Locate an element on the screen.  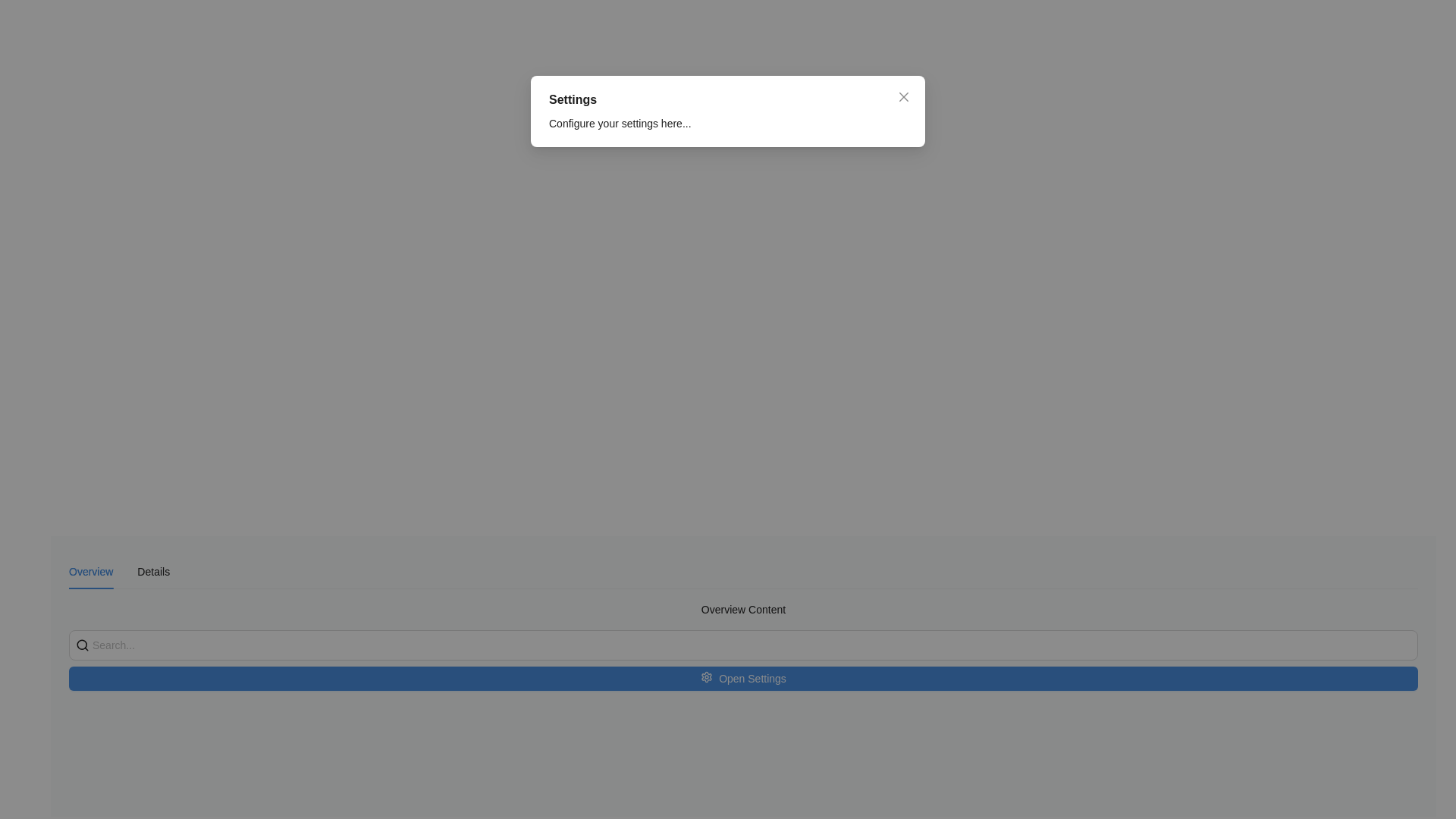
the 'Overview' tab, which is styled with blue text and is the active tab in the tab bar is located at coordinates (90, 571).